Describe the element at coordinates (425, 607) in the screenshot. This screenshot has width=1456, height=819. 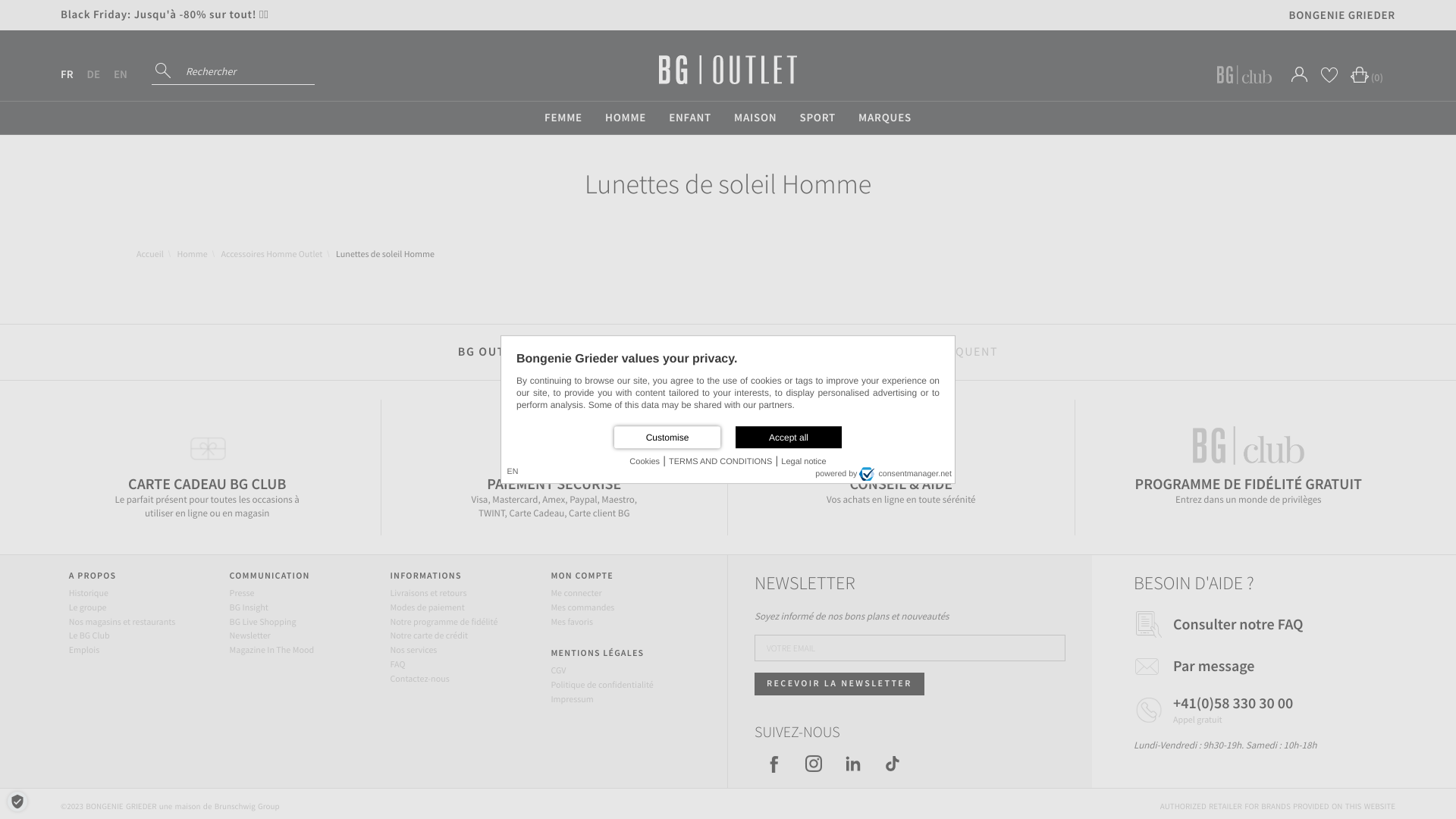
I see `'Modes de paiement'` at that location.